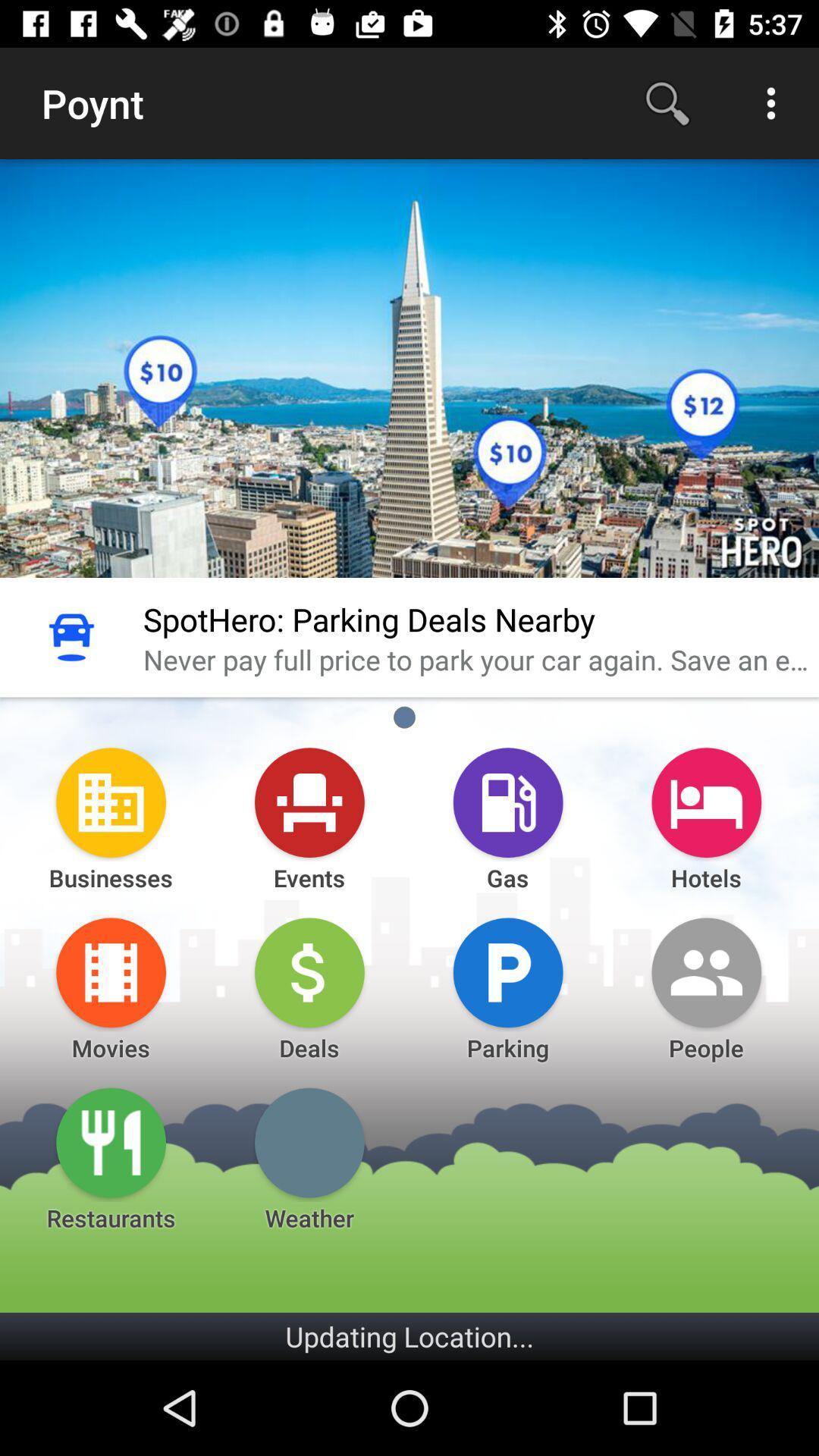 The width and height of the screenshot is (819, 1456). I want to click on option movies from the second line, so click(110, 972).